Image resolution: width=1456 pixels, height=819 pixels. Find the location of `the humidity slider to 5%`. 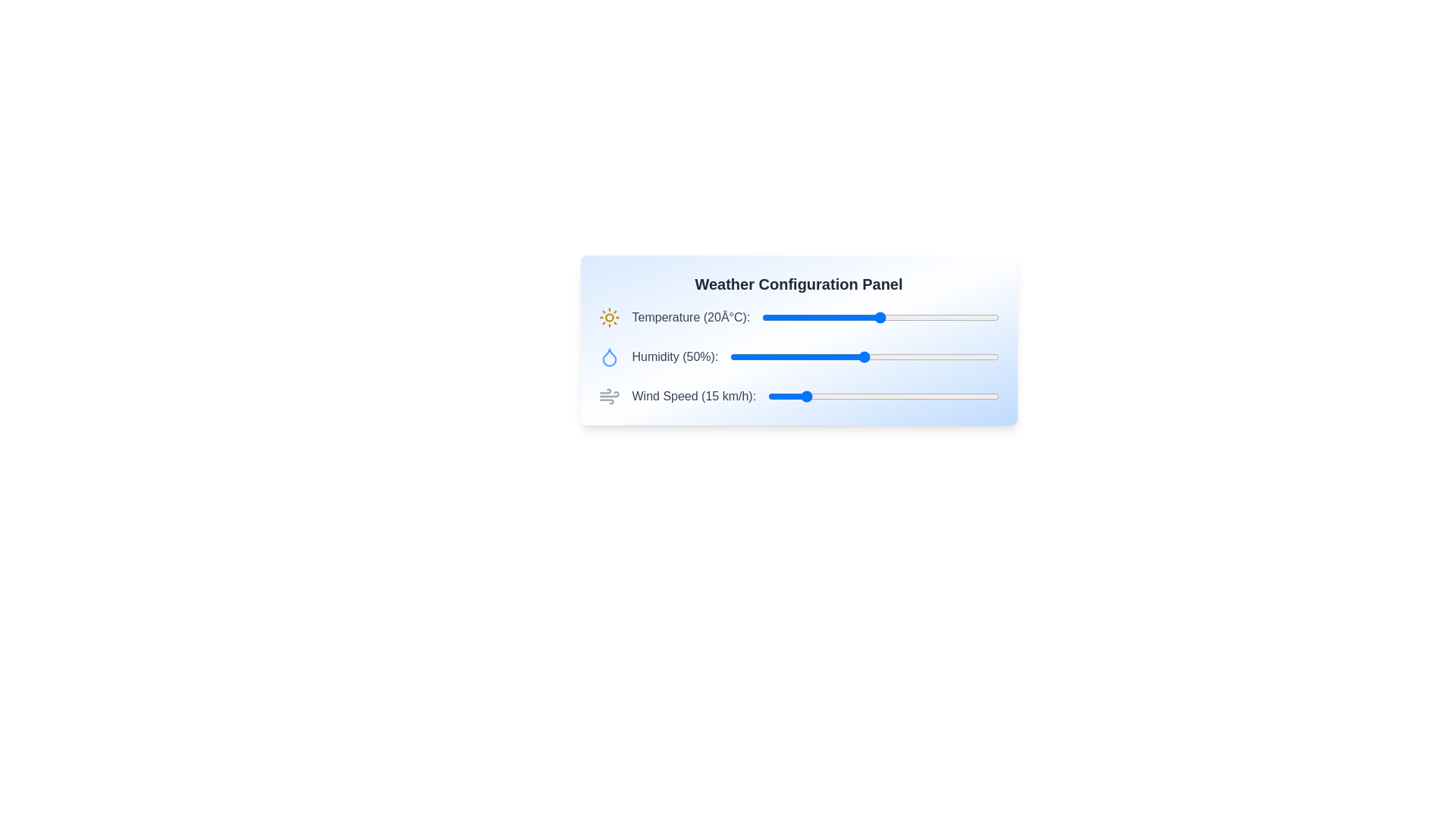

the humidity slider to 5% is located at coordinates (743, 356).